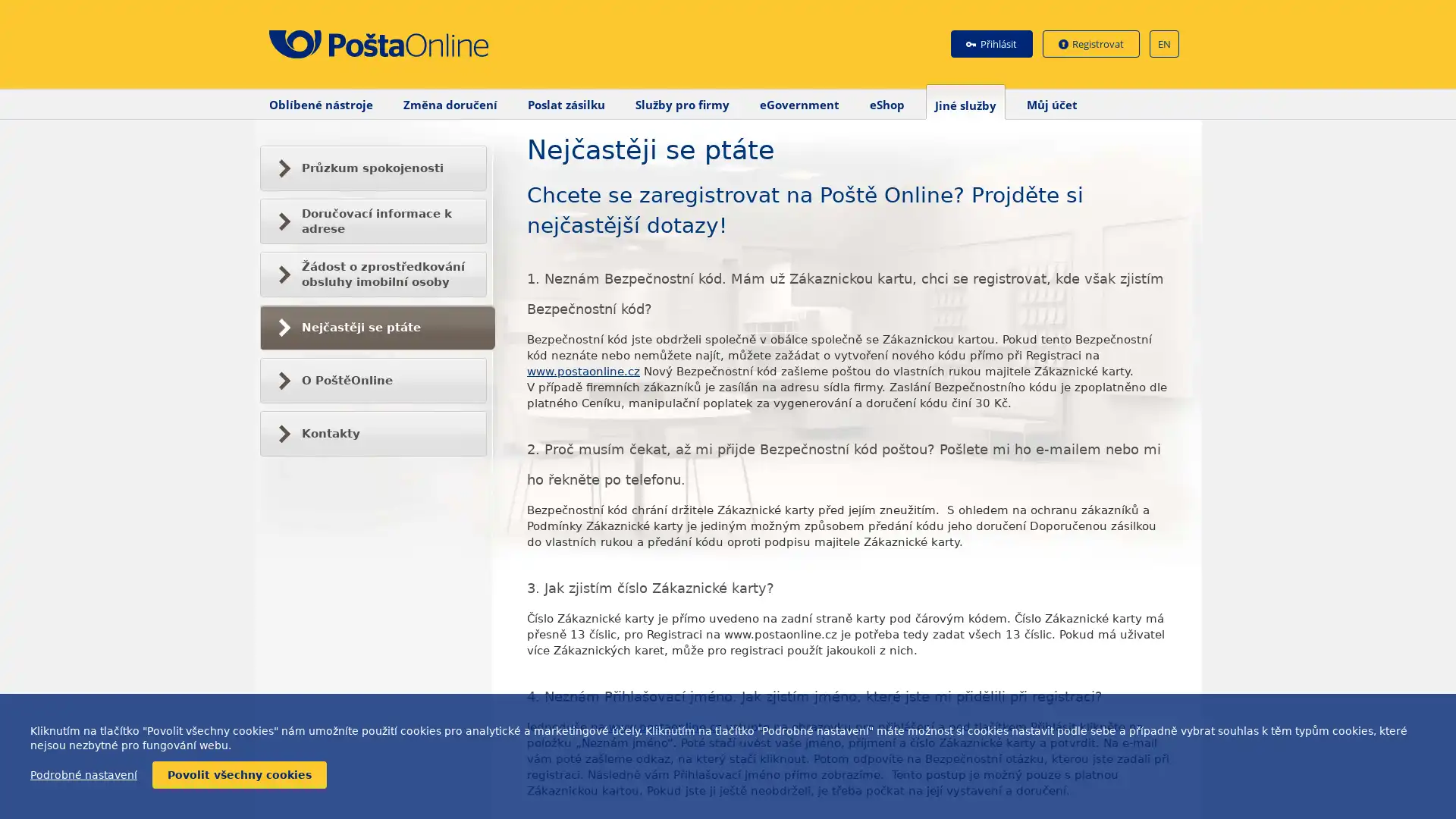 This screenshot has width=1456, height=819. What do you see at coordinates (239, 775) in the screenshot?
I see `Povolit vsechny cookies` at bounding box center [239, 775].